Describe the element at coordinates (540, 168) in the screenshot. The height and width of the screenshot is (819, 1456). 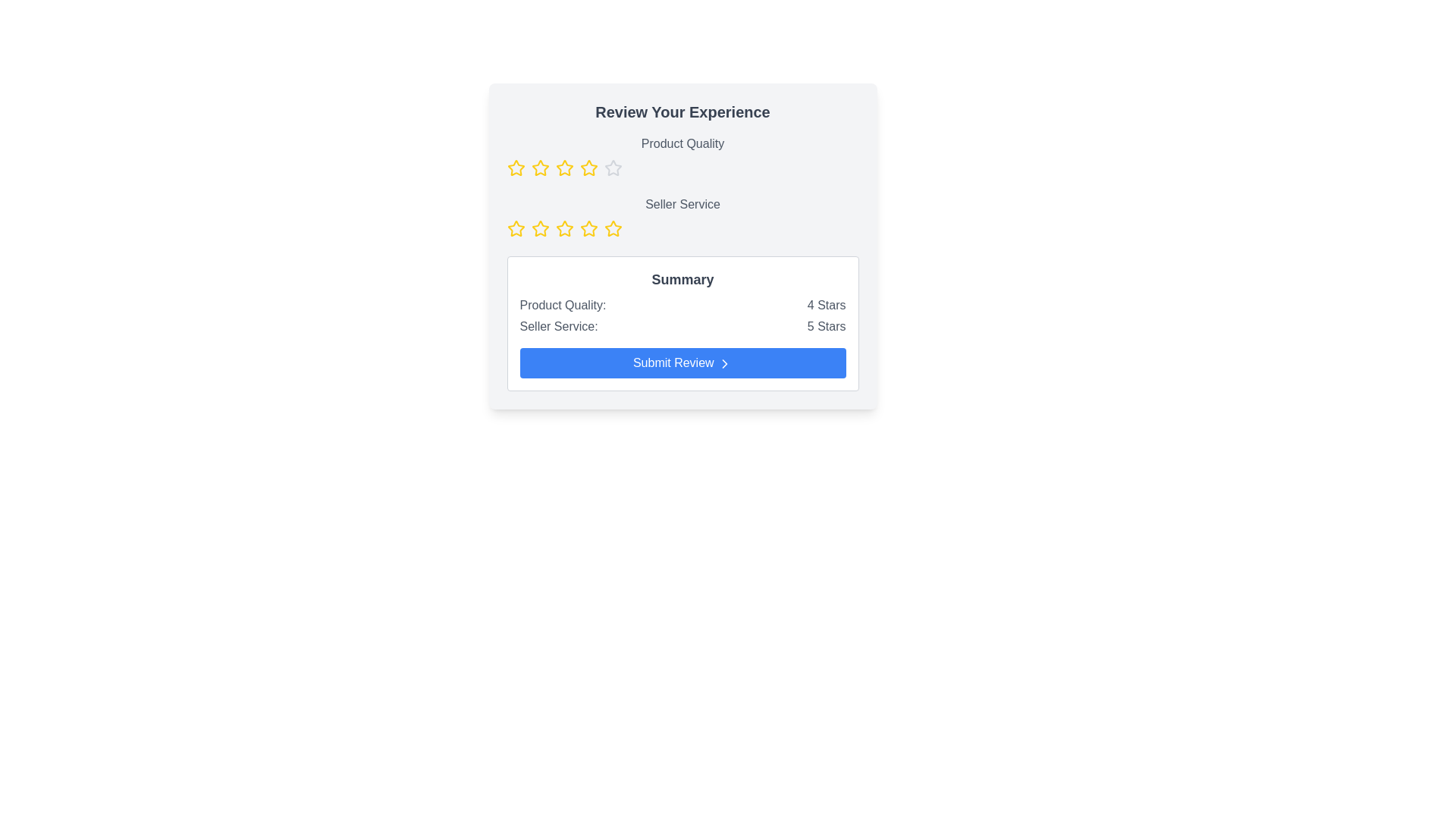
I see `the second star` at that location.